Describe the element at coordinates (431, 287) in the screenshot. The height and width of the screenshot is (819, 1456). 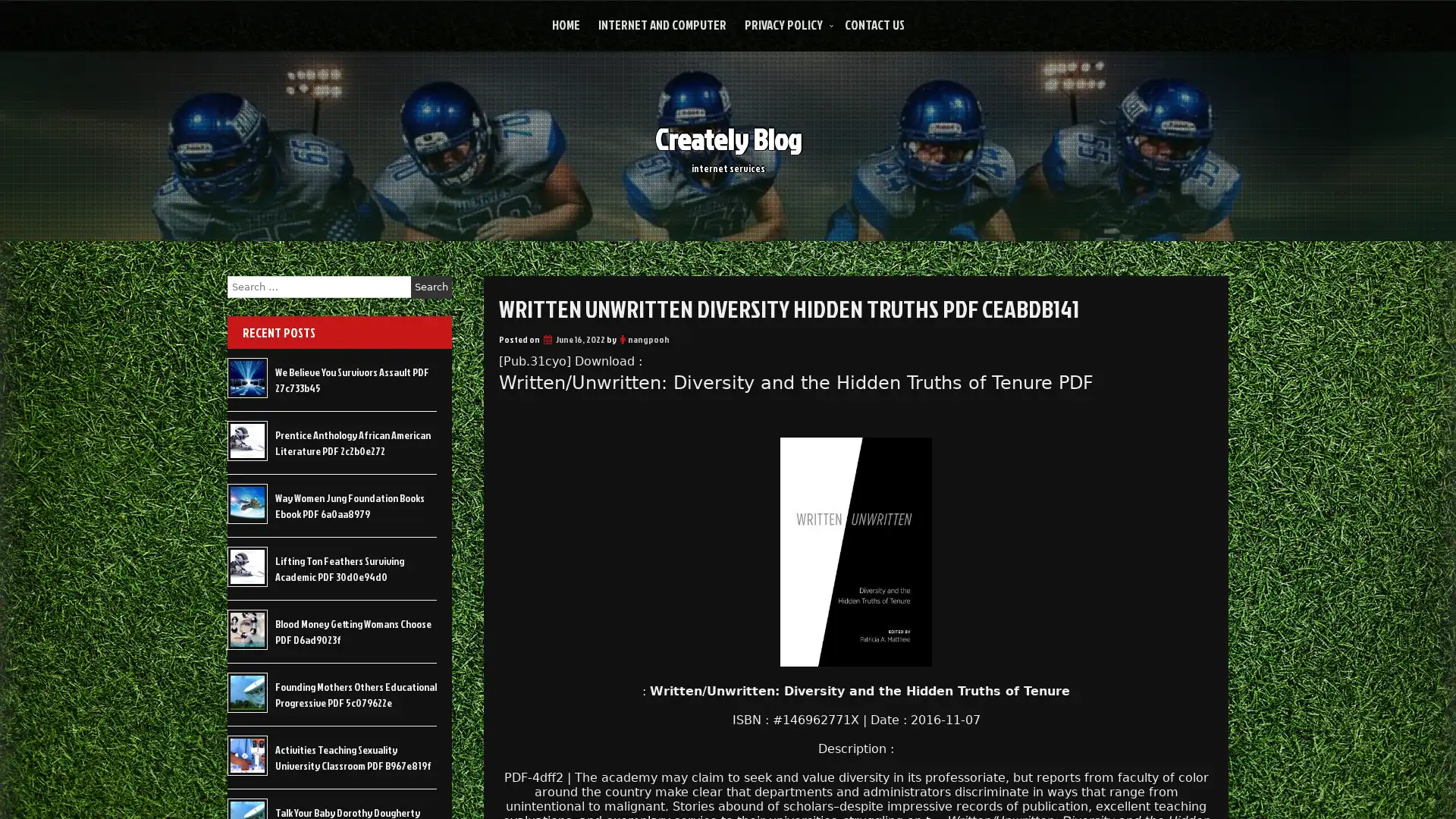
I see `Search` at that location.